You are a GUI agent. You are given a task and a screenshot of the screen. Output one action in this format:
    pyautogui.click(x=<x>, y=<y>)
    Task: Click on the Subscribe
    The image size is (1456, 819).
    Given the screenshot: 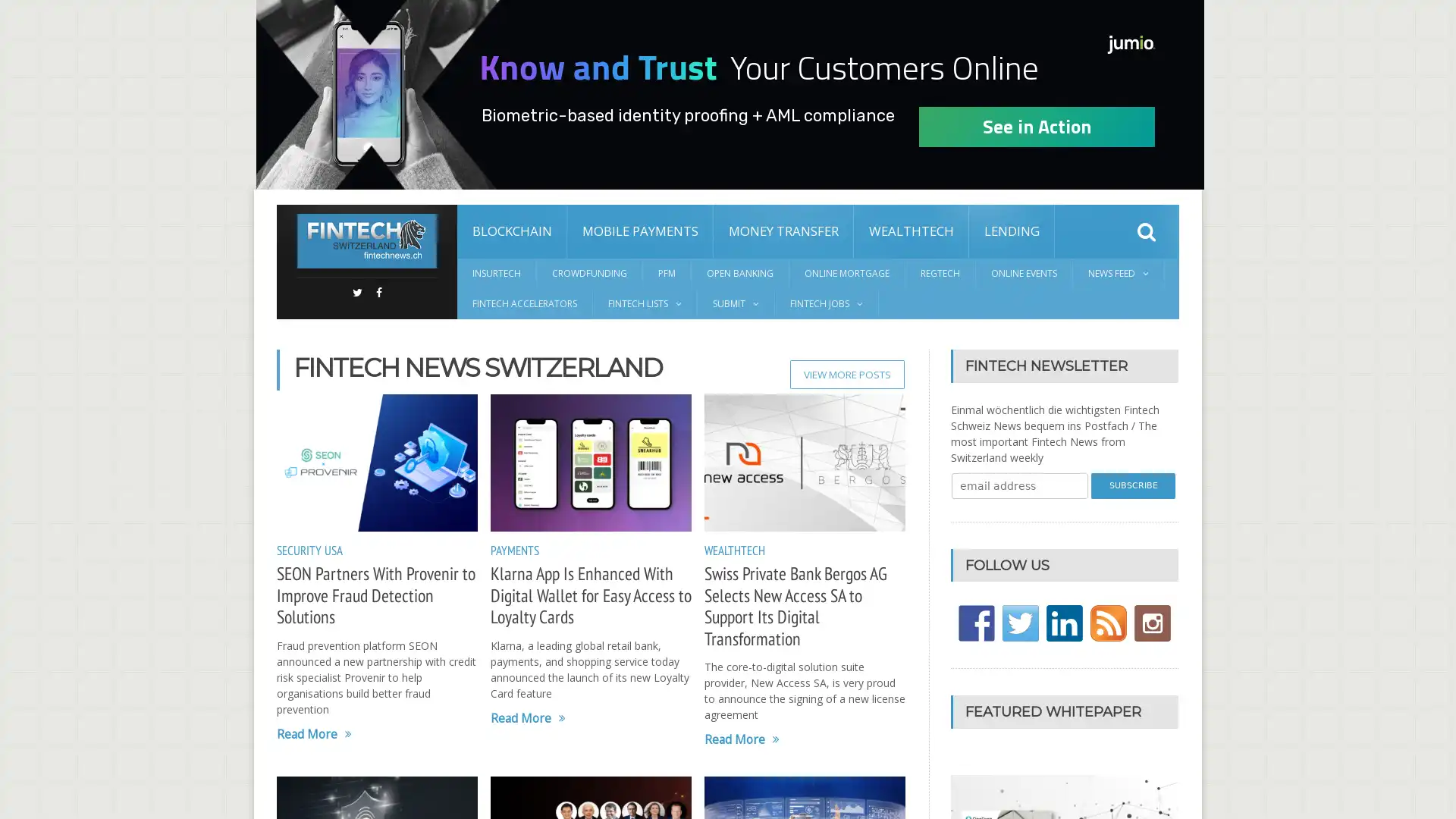 What is the action you would take?
    pyautogui.click(x=1133, y=485)
    